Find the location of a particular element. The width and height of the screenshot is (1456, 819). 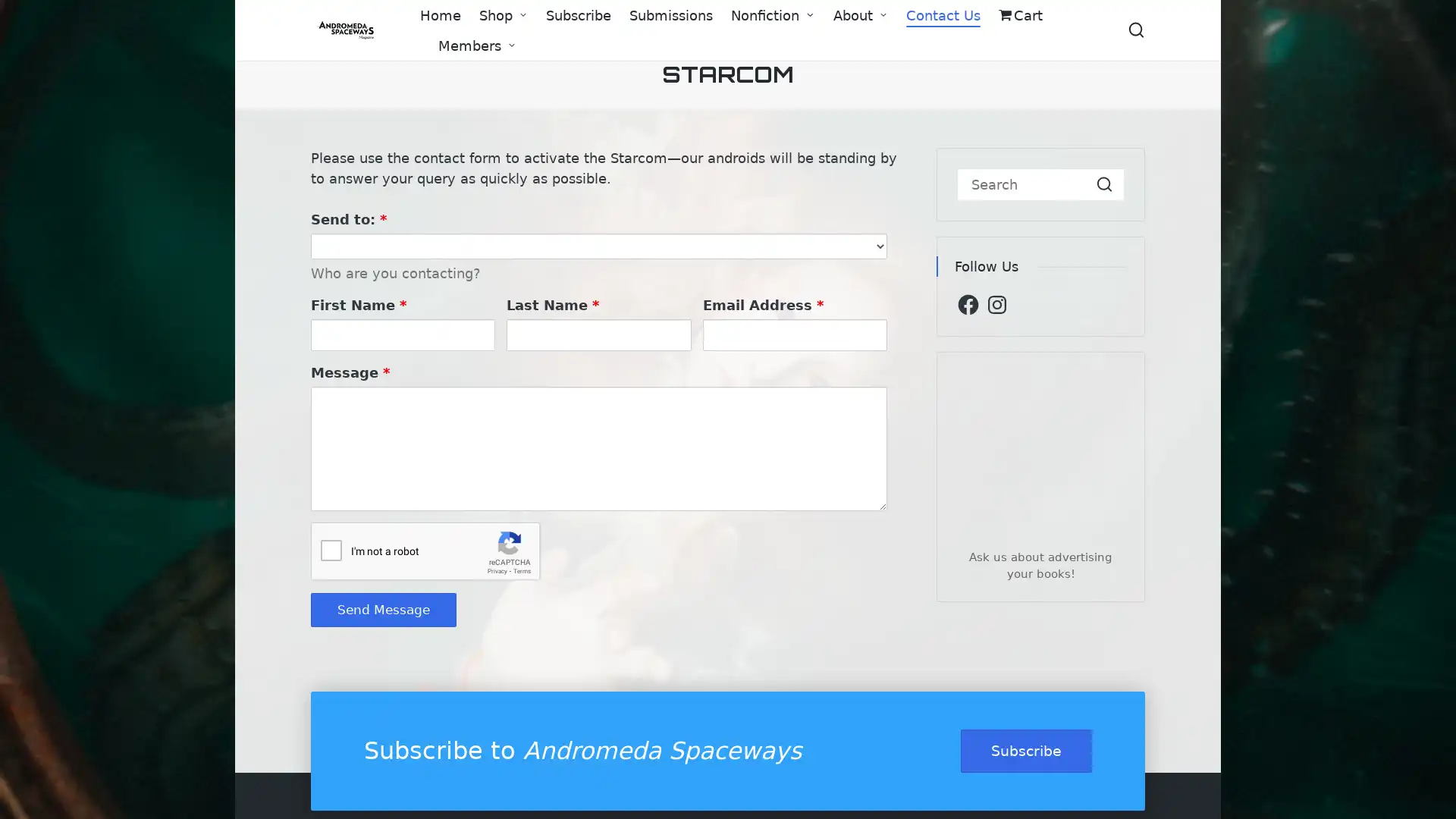

Search is located at coordinates (1104, 184).